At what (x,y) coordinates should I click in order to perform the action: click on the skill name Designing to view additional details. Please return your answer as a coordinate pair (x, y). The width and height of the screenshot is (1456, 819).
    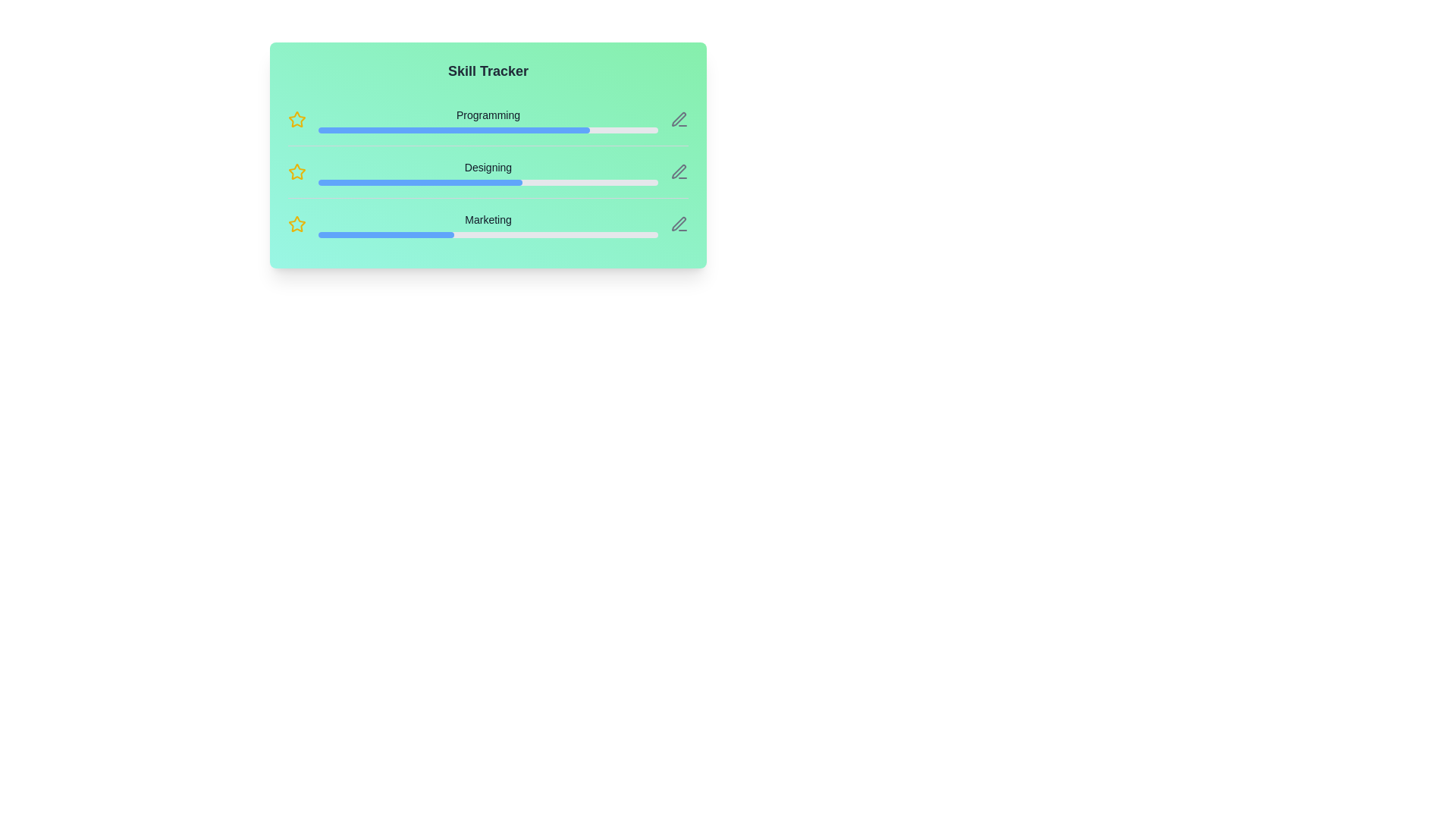
    Looking at the image, I should click on (488, 167).